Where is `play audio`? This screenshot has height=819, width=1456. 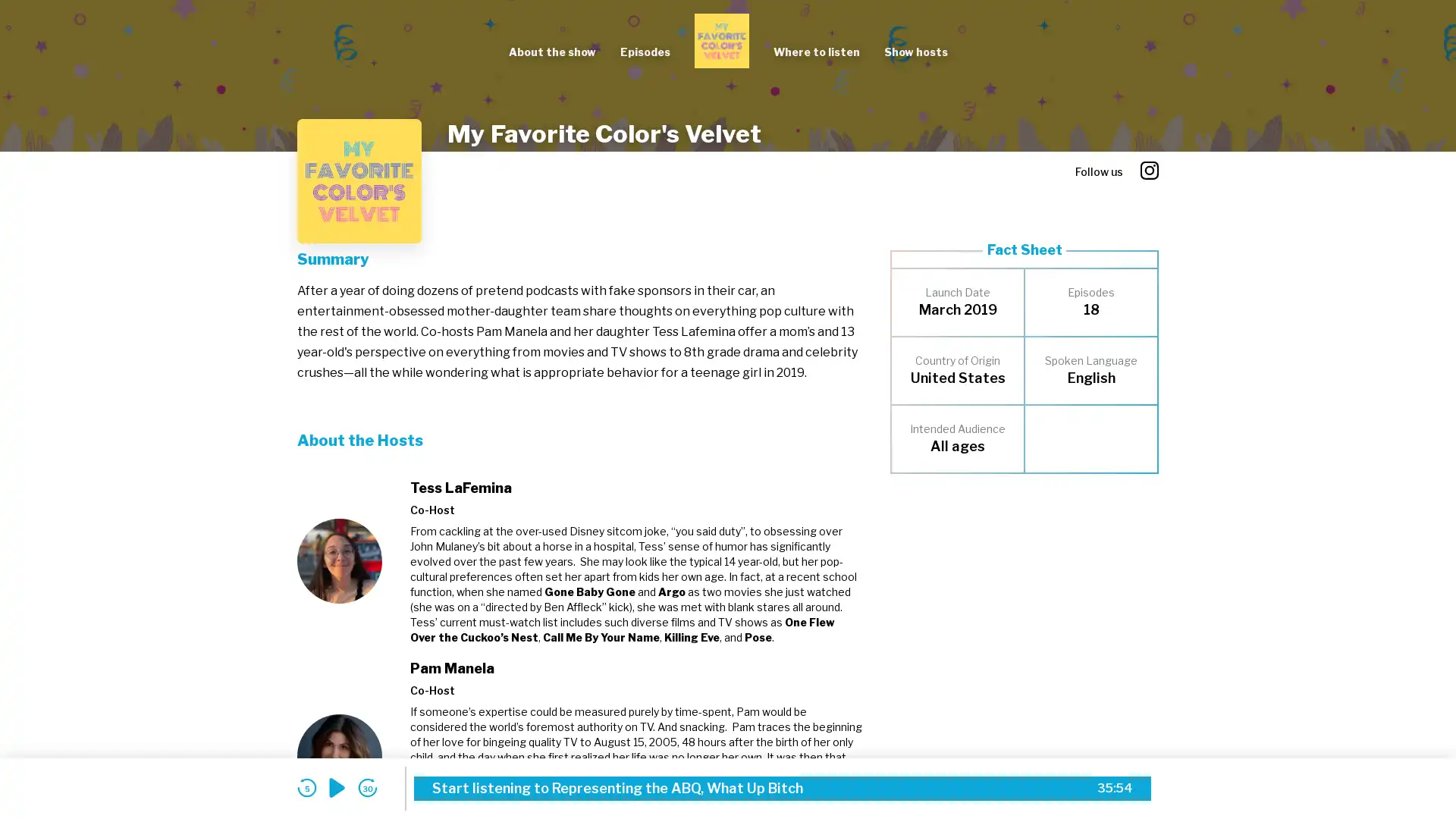 play audio is located at coordinates (337, 787).